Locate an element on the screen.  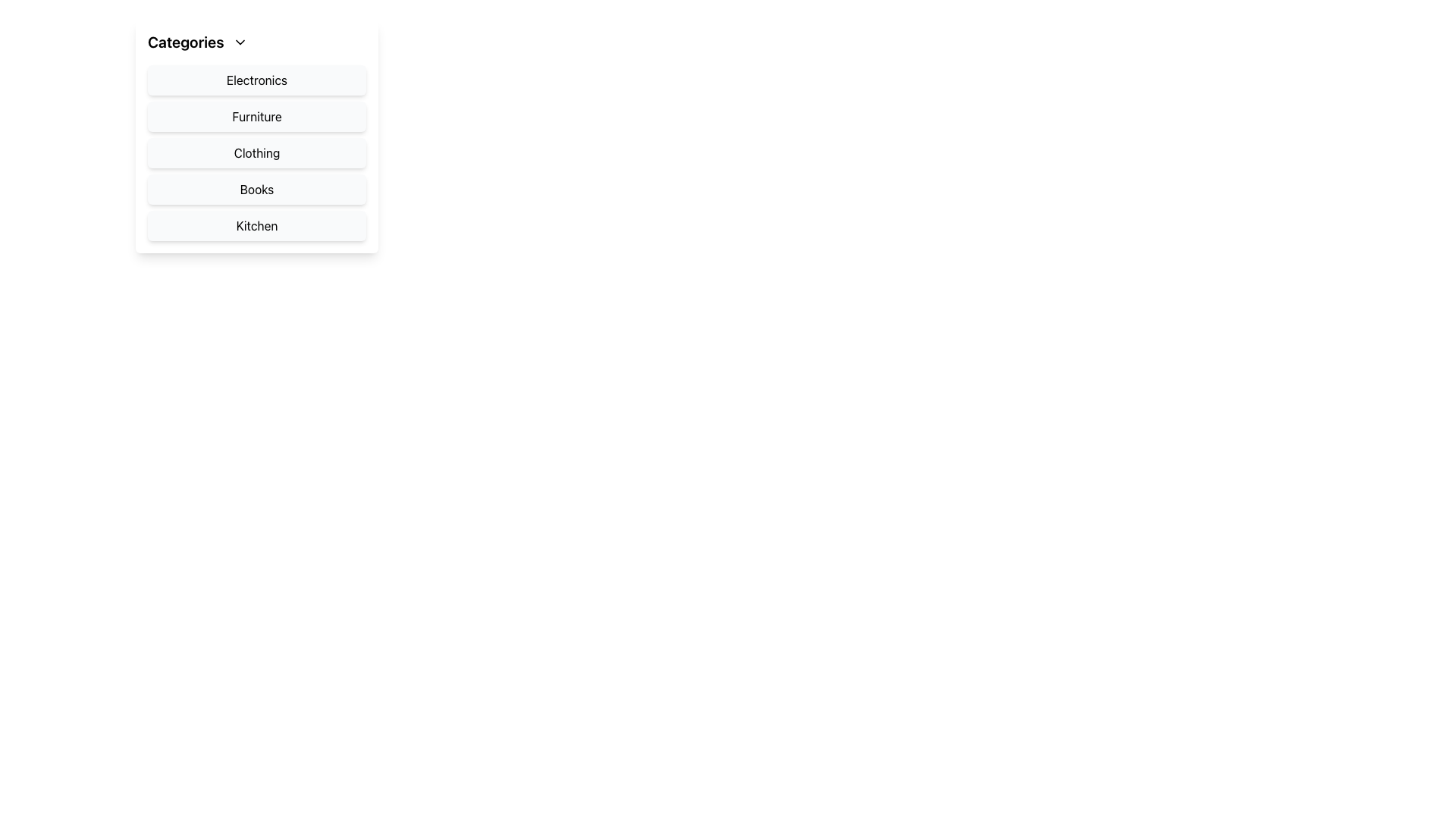
the third item in the vertical list inside the 'Categories' panel is located at coordinates (257, 152).